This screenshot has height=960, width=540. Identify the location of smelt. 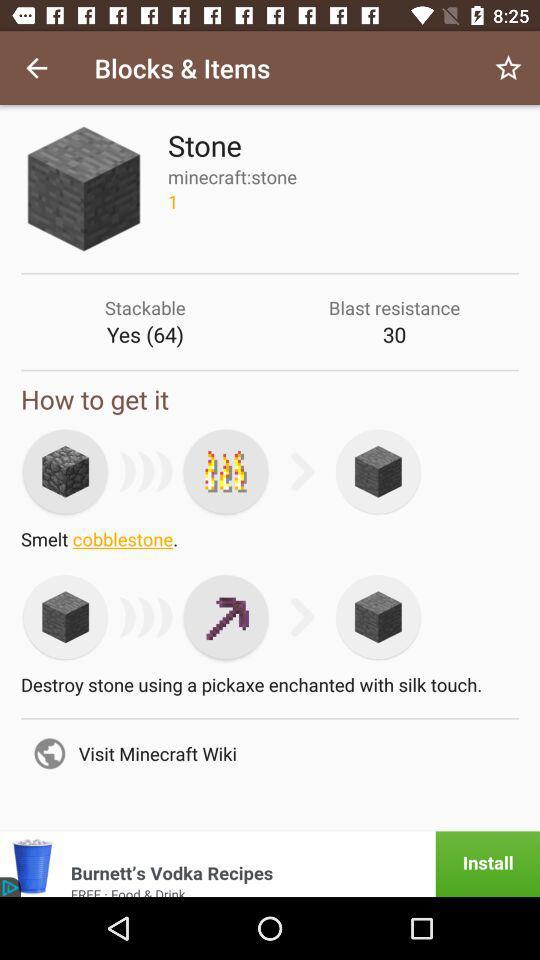
(225, 471).